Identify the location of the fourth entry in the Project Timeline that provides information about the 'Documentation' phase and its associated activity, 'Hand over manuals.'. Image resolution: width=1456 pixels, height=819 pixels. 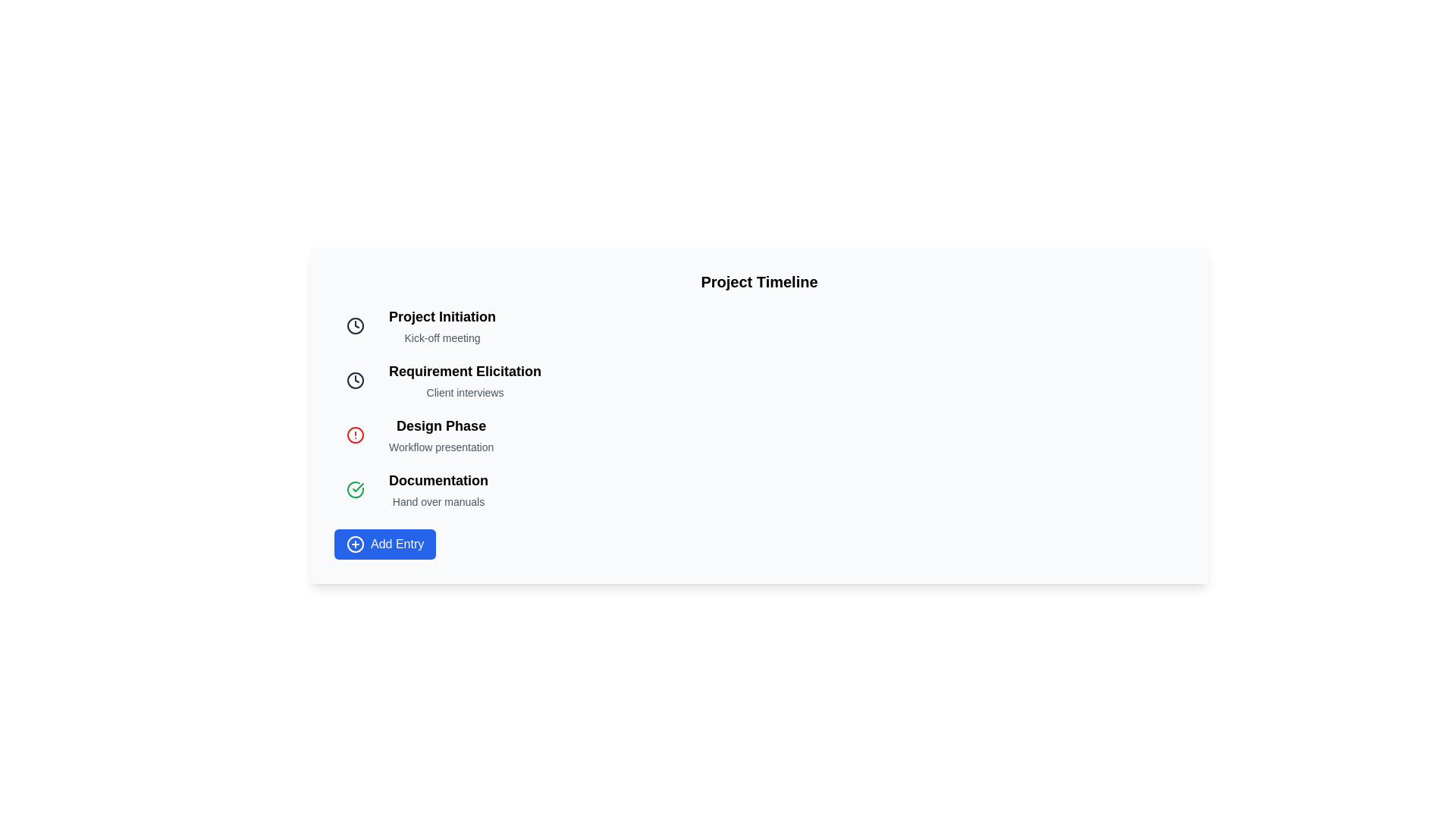
(438, 489).